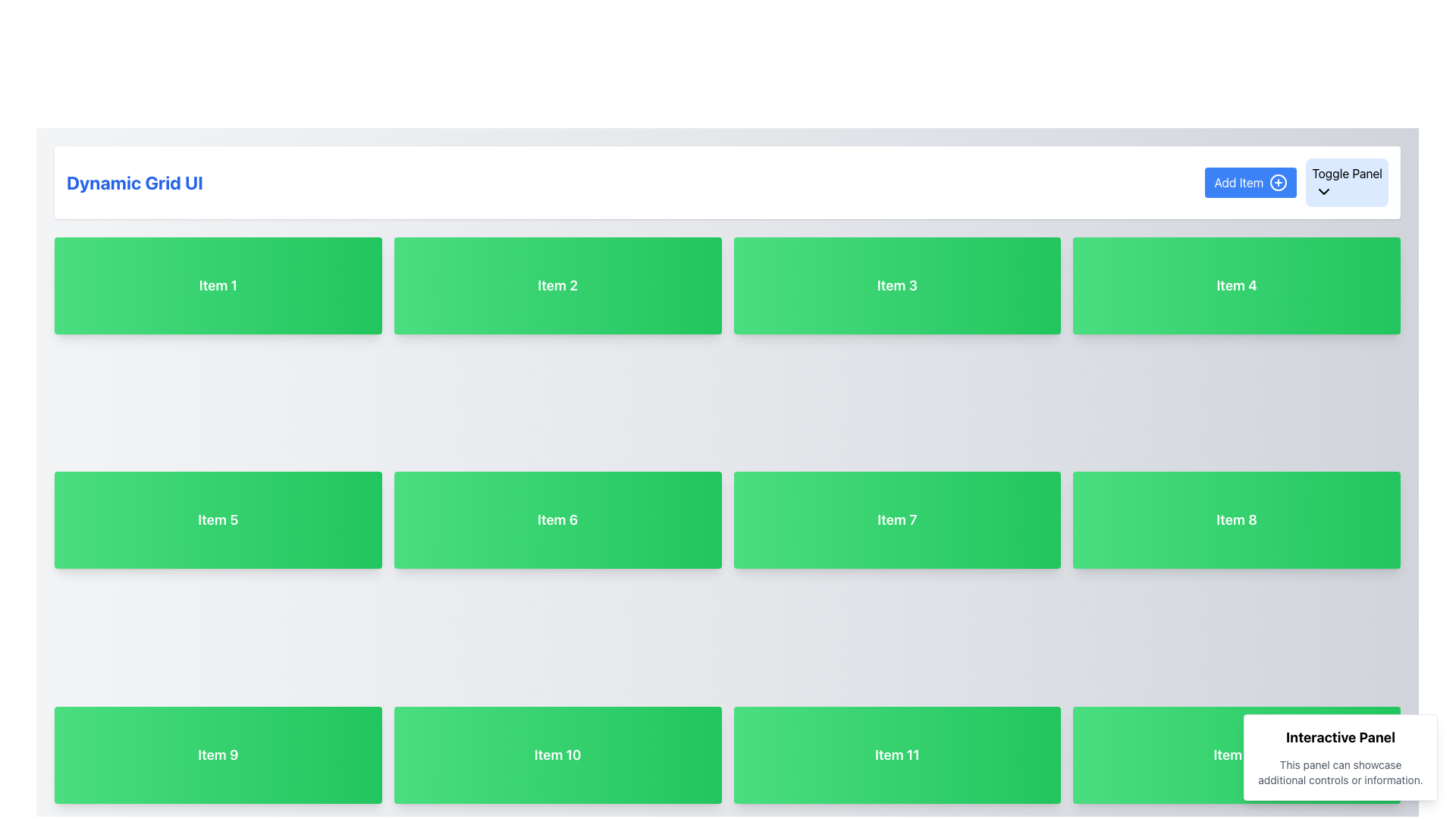  I want to click on the 'Interactive Panel' located at the bottom-right corner of the layout, which showcases additional controls or information, so click(1340, 758).